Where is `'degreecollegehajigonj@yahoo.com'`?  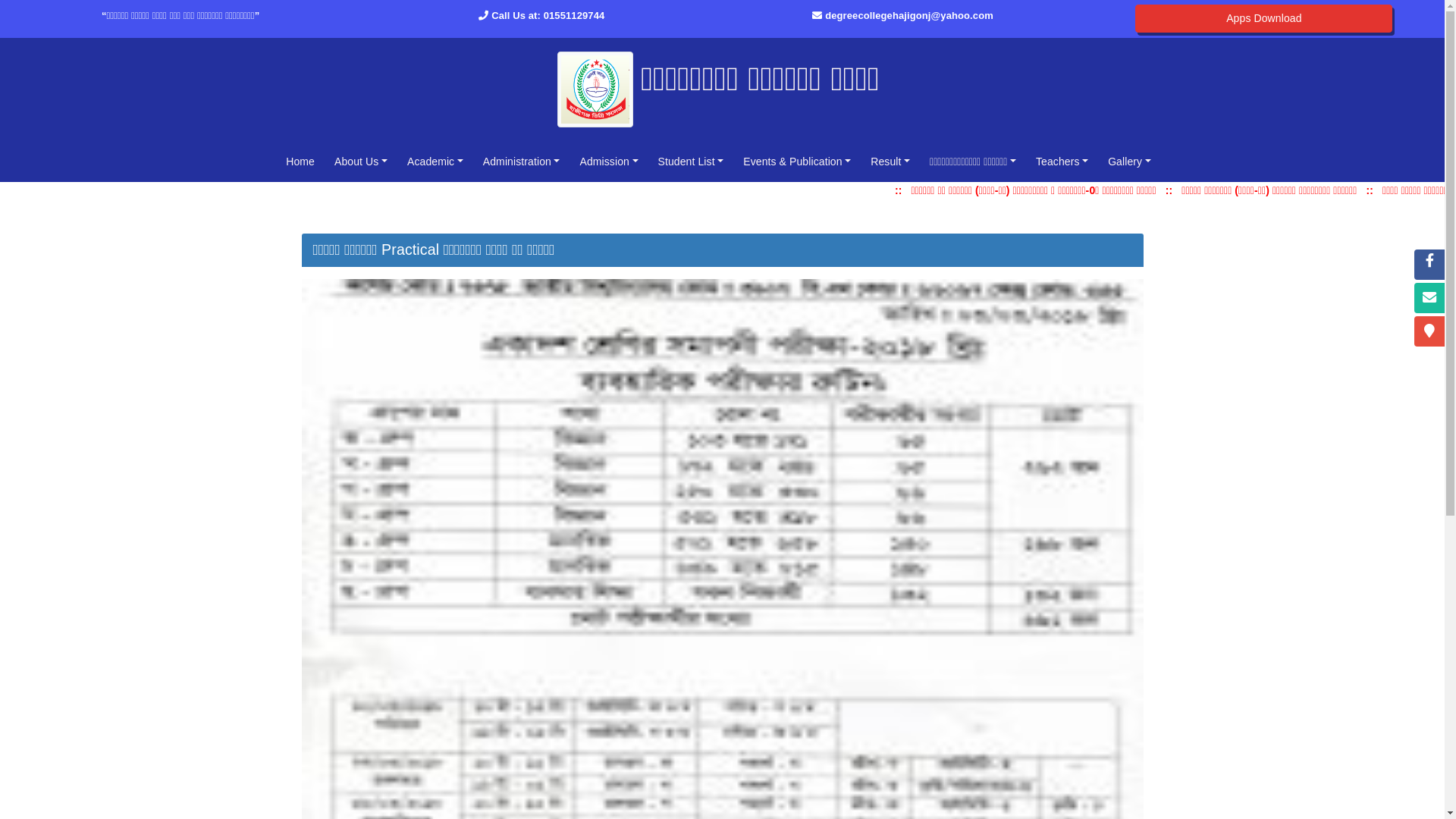 'degreecollegehajigonj@yahoo.com' is located at coordinates (824, 15).